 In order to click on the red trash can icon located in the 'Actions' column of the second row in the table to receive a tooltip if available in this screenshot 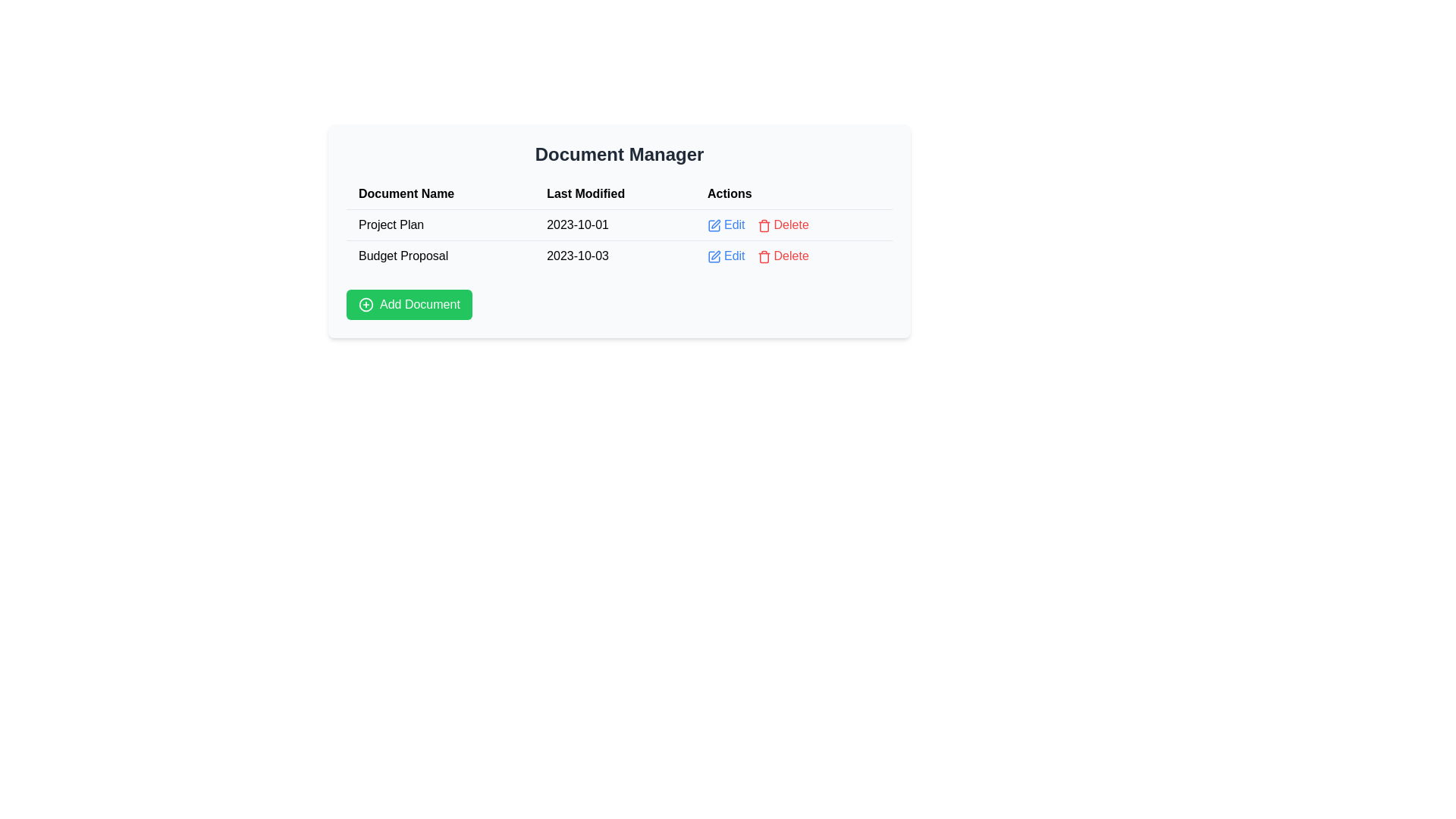, I will do `click(764, 256)`.